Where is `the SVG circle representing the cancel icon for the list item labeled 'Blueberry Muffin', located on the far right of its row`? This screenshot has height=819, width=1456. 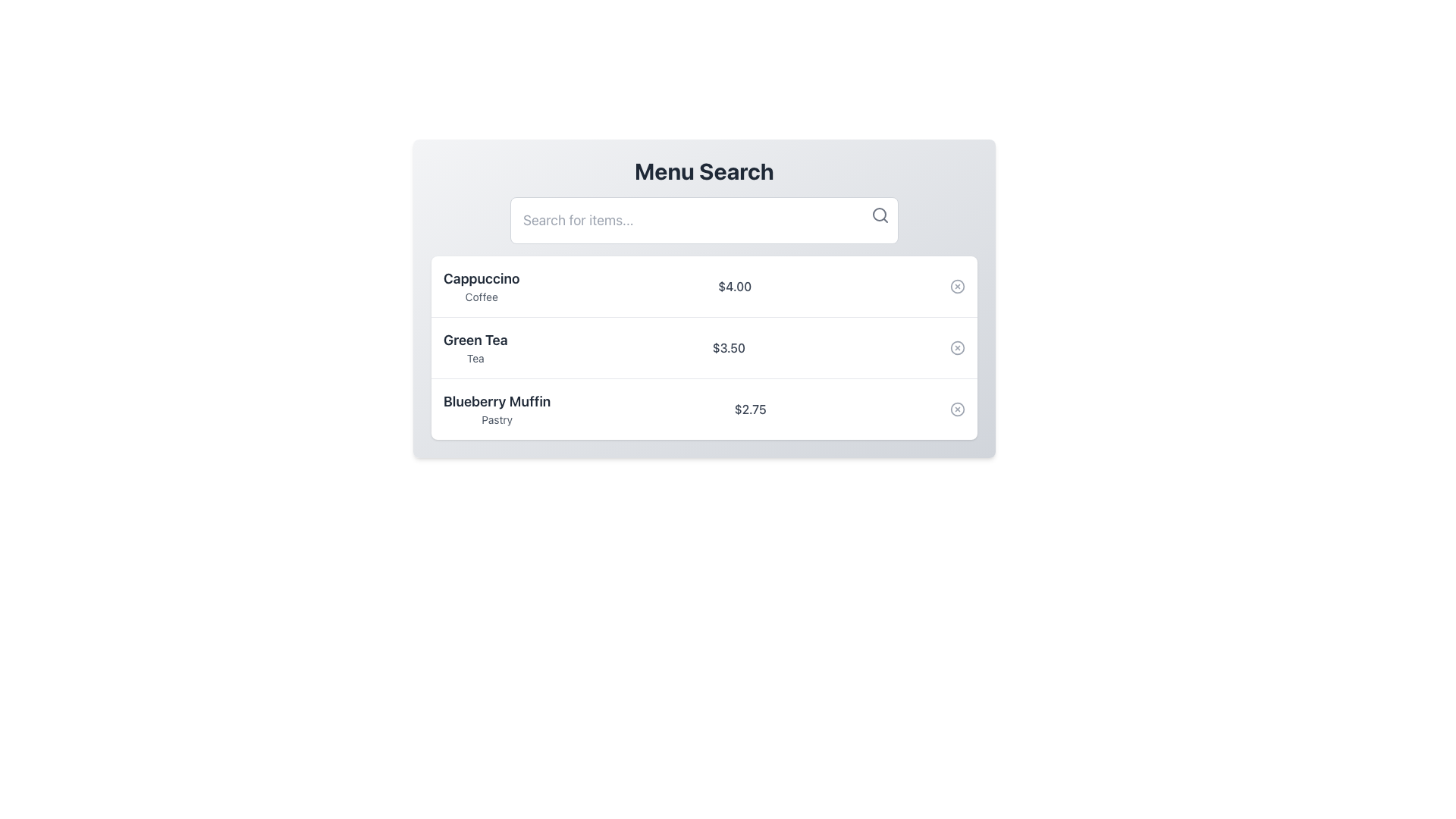
the SVG circle representing the cancel icon for the list item labeled 'Blueberry Muffin', located on the far right of its row is located at coordinates (956, 409).